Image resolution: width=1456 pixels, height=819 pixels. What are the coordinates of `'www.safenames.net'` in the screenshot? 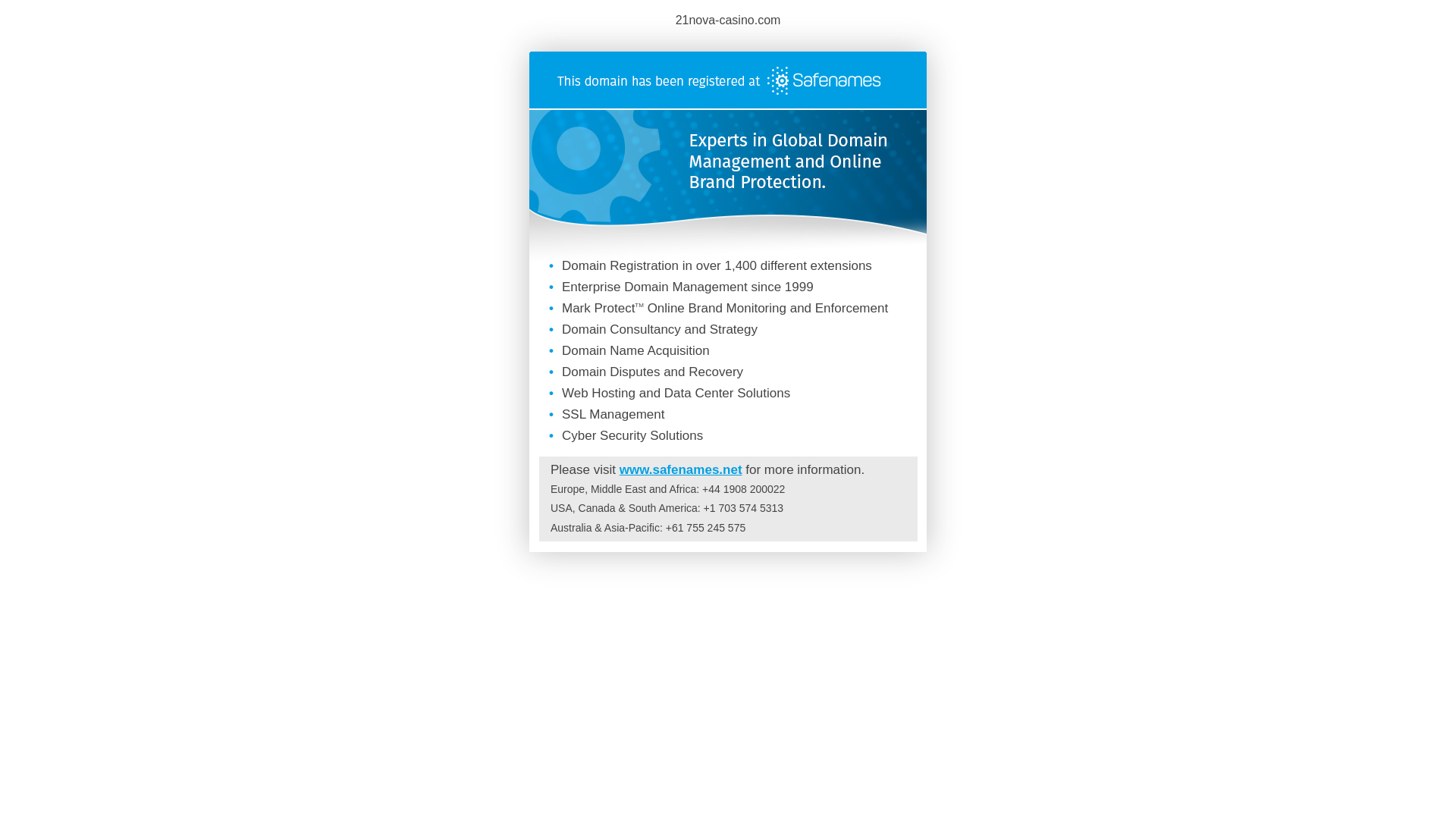 It's located at (679, 469).